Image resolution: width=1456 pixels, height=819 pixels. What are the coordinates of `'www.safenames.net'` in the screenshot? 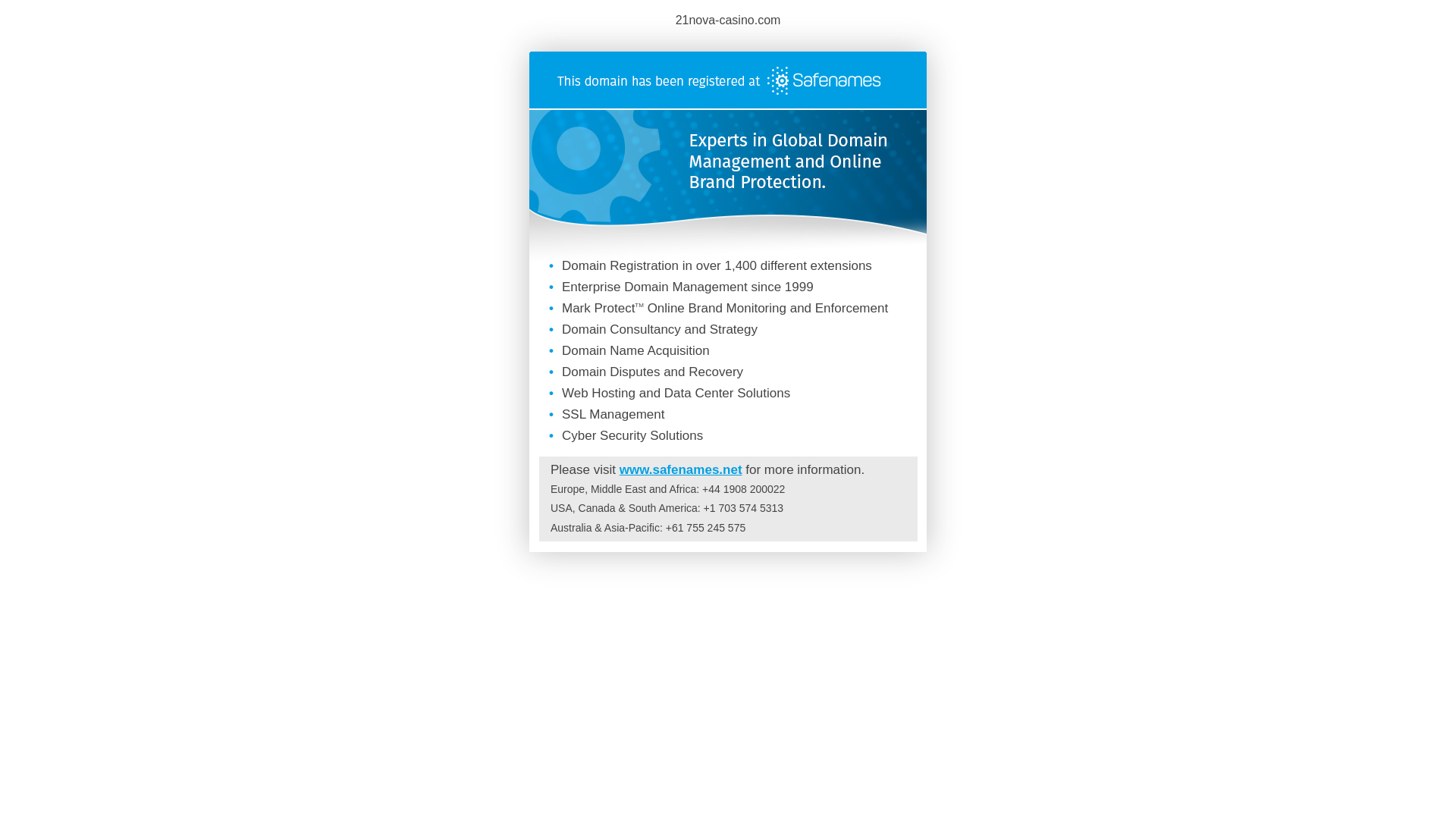 It's located at (679, 469).